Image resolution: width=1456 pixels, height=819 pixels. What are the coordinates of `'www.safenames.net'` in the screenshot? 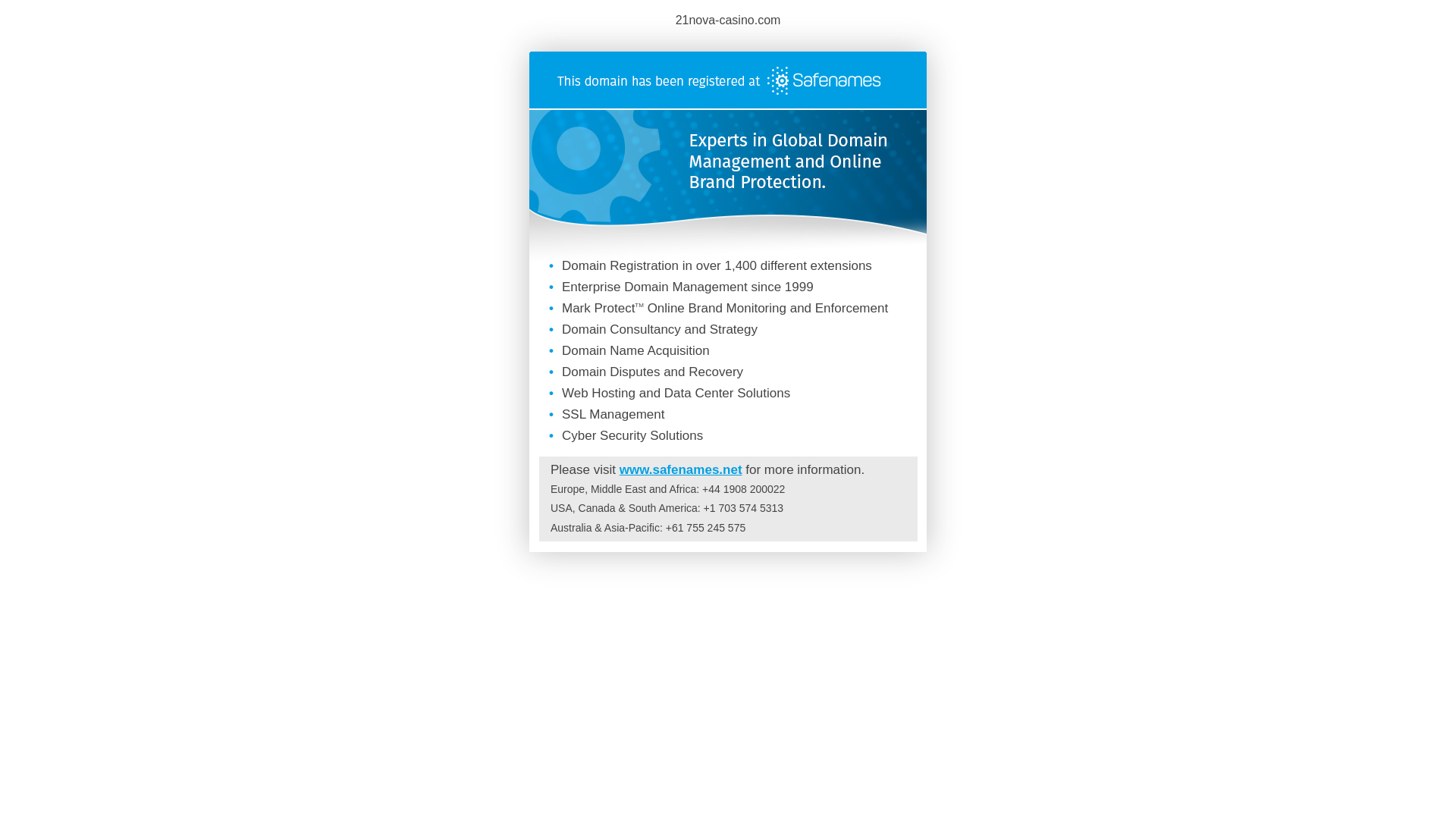 It's located at (679, 469).